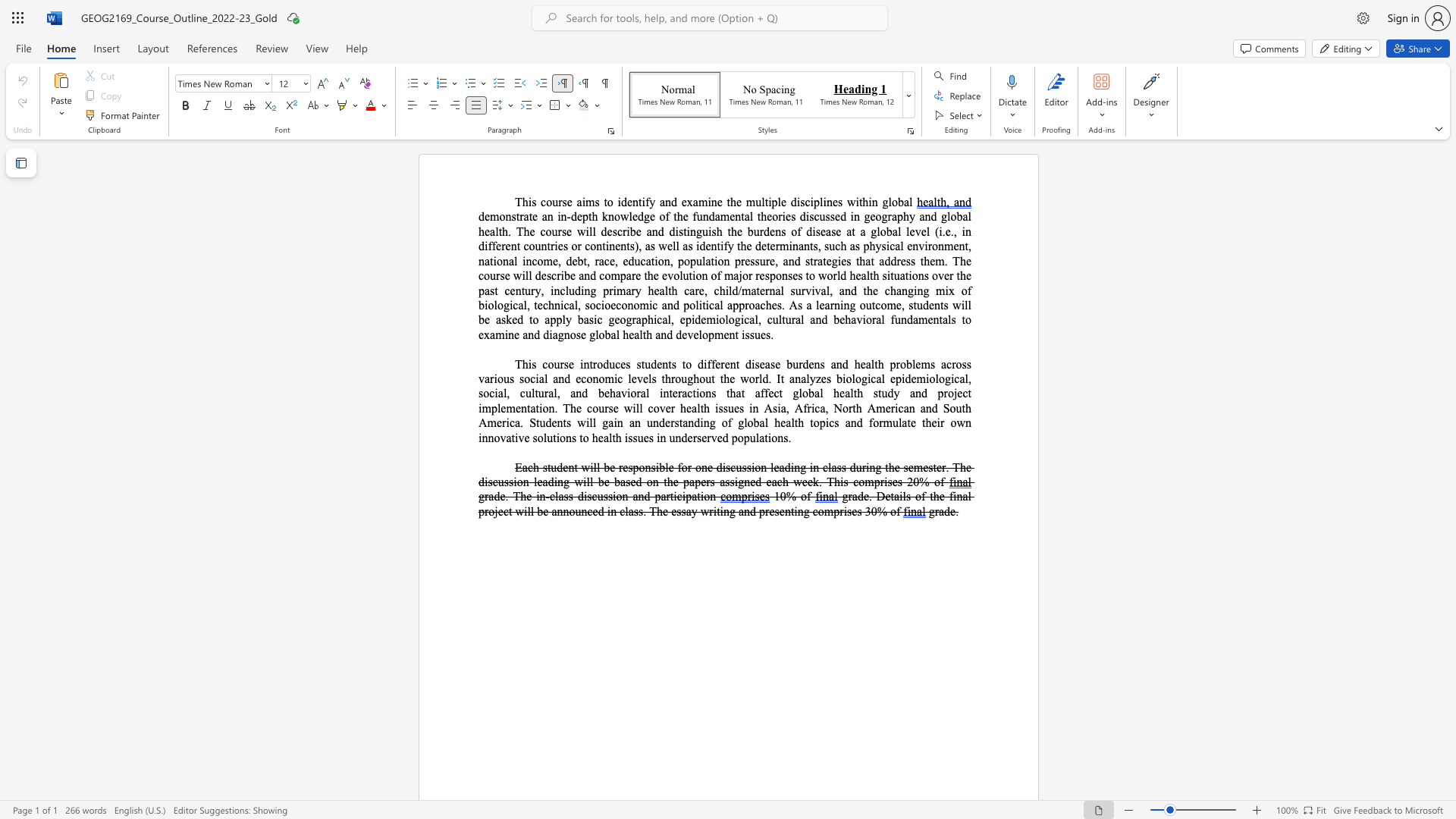 The width and height of the screenshot is (1456, 819). I want to click on the 14th character "s" in the text, so click(732, 482).